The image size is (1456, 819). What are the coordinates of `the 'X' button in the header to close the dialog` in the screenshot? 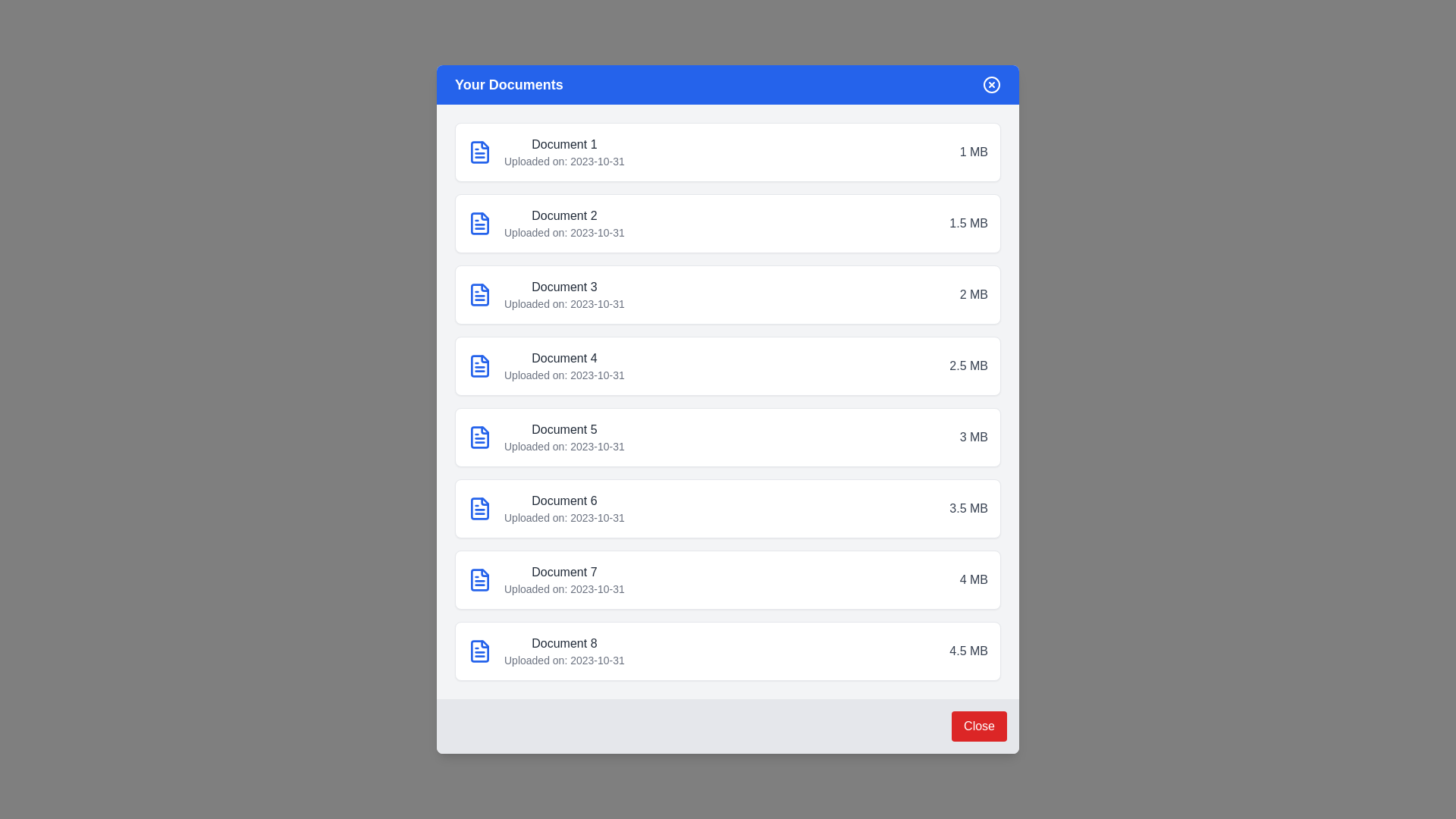 It's located at (992, 84).